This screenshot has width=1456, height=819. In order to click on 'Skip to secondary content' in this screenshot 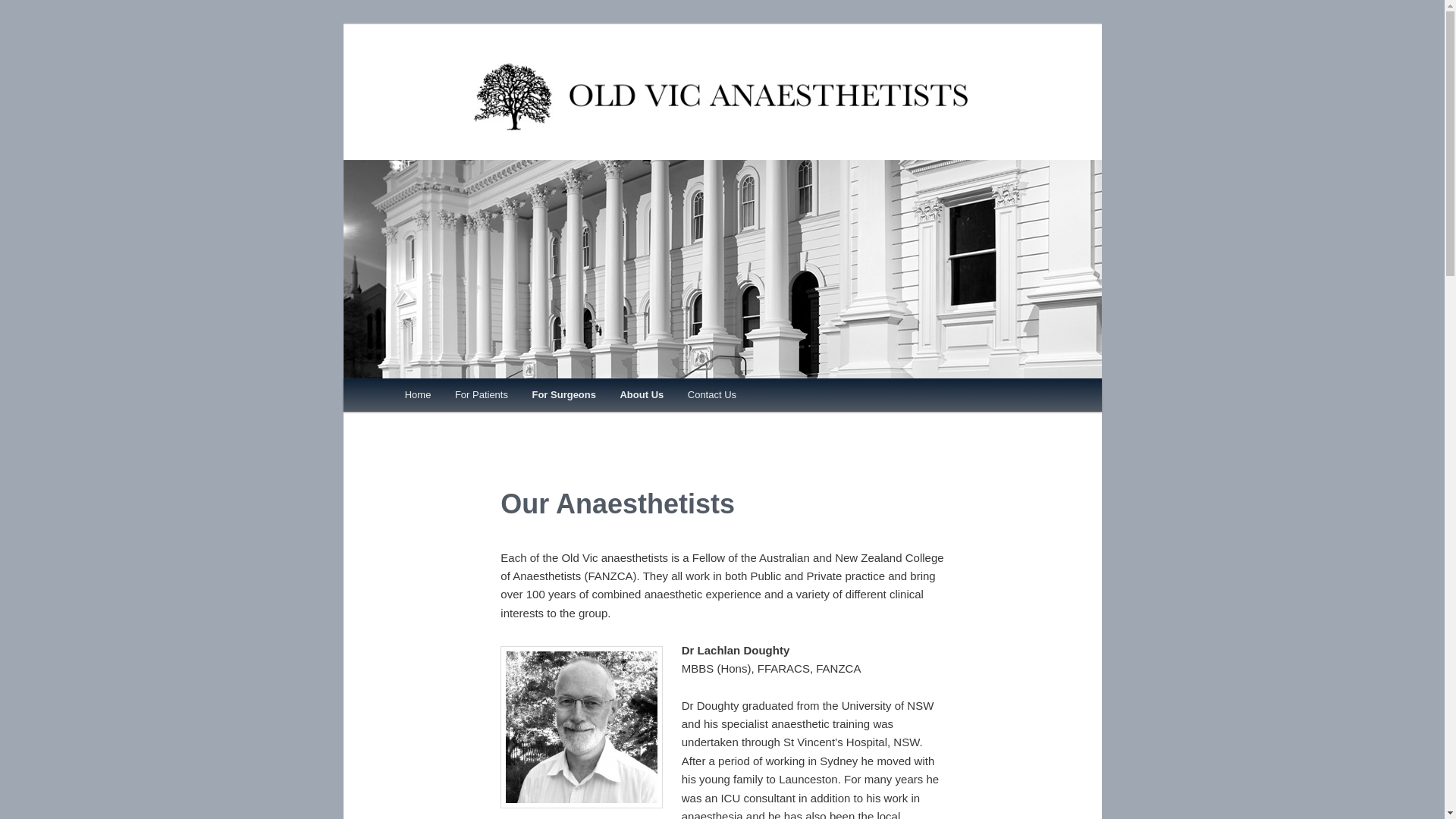, I will do `click(479, 397)`.